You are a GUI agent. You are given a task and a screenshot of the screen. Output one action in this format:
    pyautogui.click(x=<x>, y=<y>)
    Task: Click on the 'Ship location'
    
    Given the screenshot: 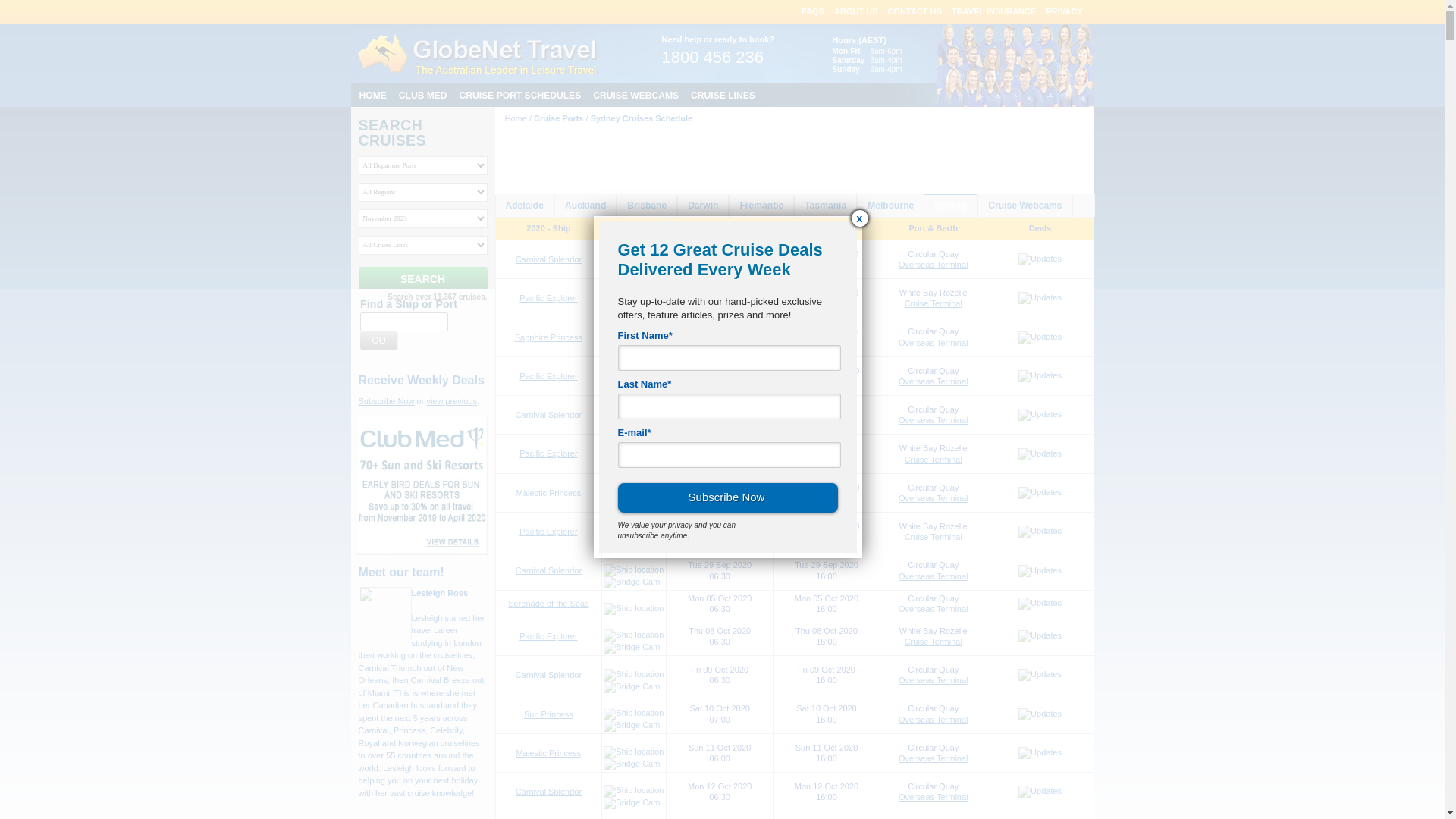 What is the action you would take?
    pyautogui.click(x=633, y=298)
    